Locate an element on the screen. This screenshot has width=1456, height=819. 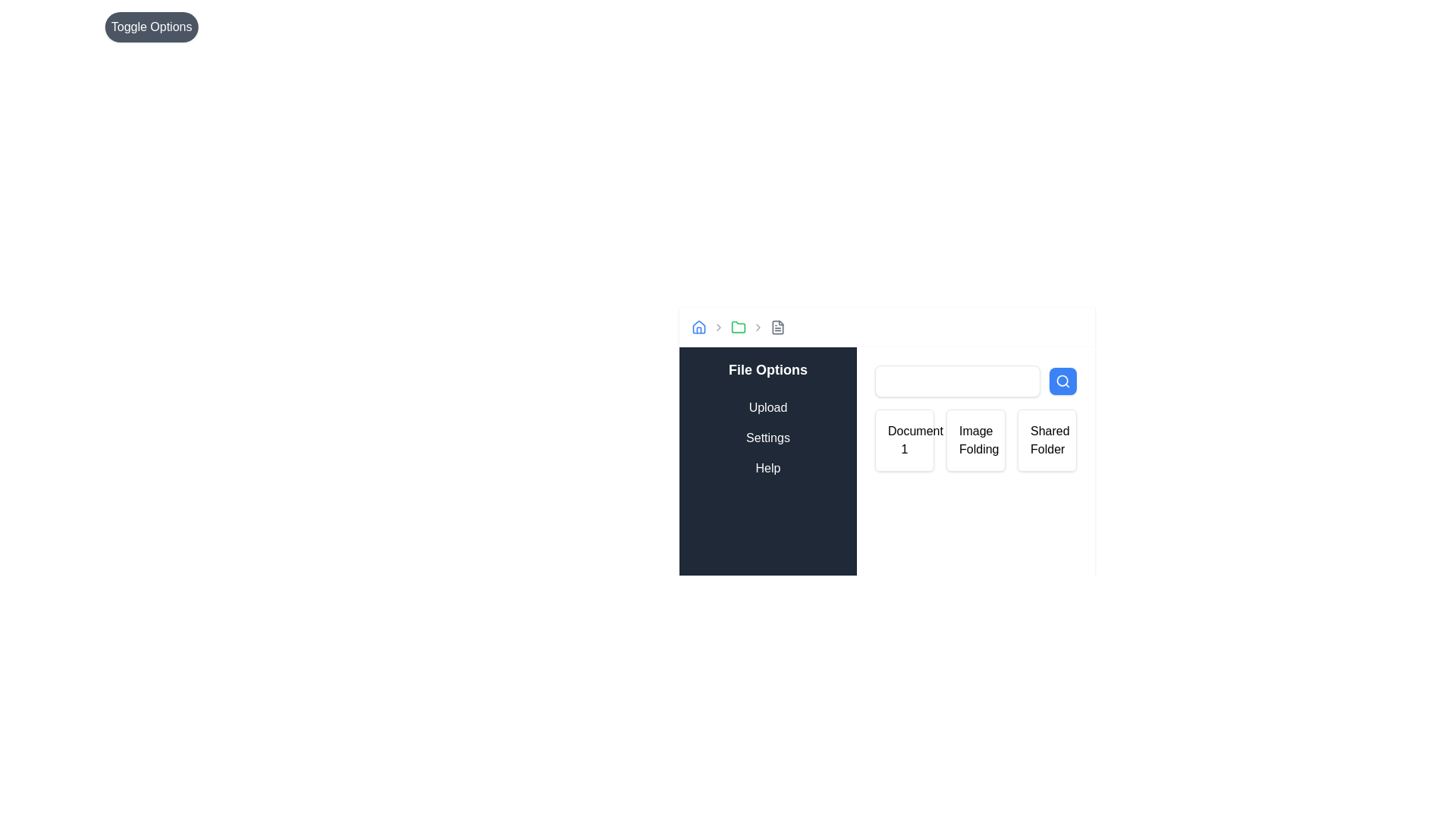
the folder icon located in the fifth position of a row of icons, which is situated between a right-chevron icon and another similar chevron icon is located at coordinates (739, 327).